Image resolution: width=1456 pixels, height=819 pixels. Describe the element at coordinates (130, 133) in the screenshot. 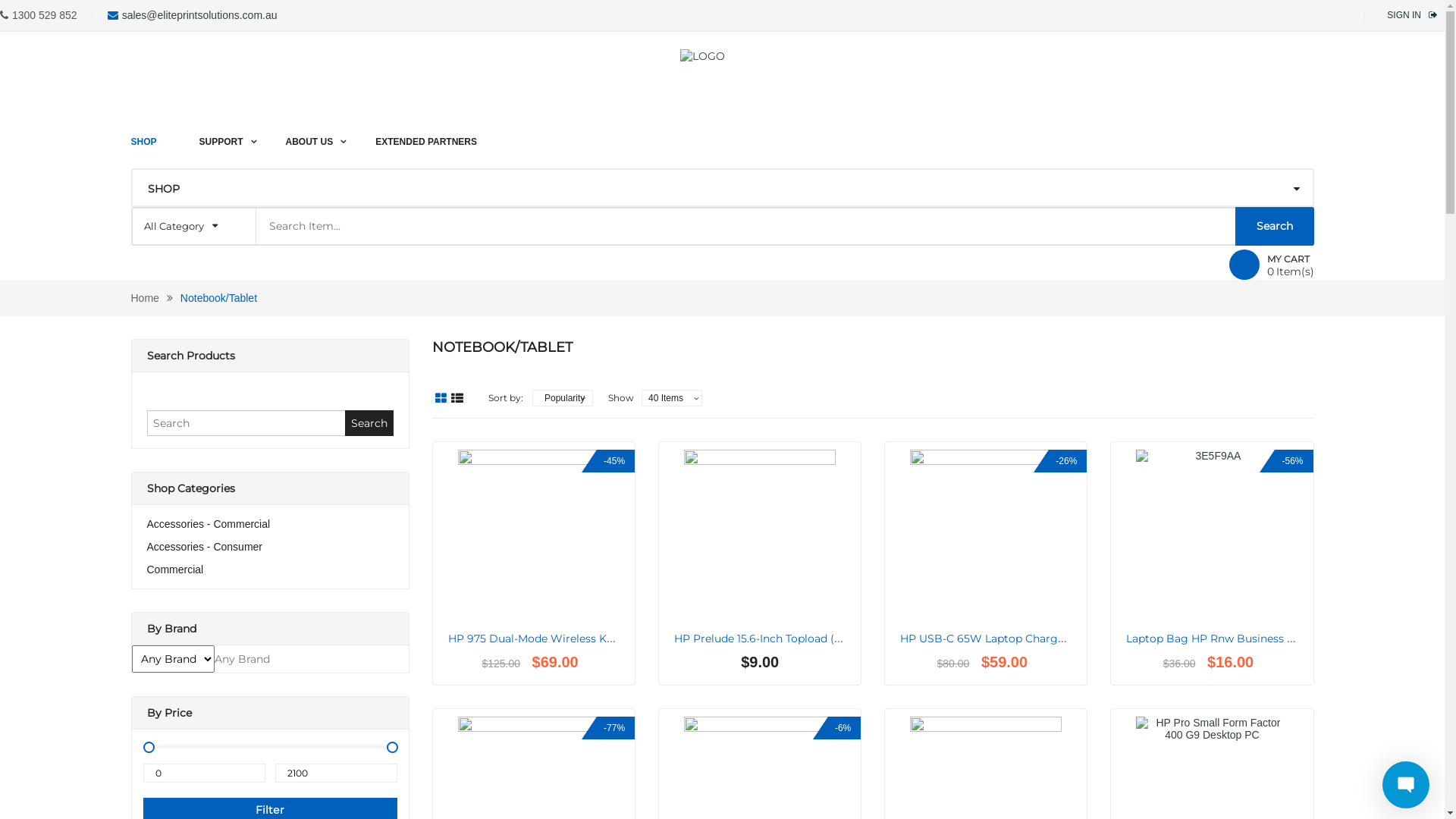

I see `'SHOP'` at that location.